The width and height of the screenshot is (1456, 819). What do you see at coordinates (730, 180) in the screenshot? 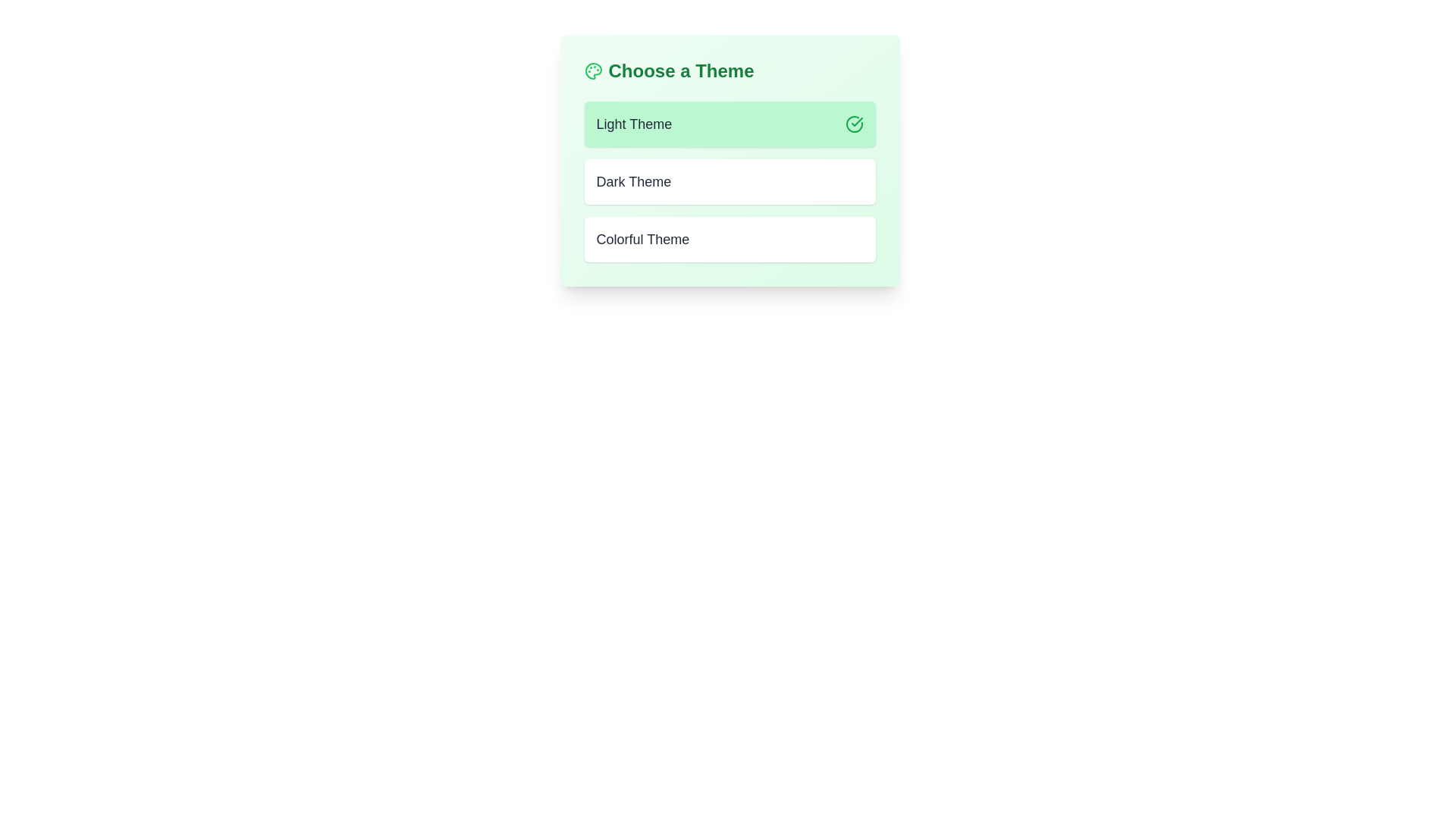
I see `the 'Dark Theme' List Item Button, which is located in the 'Choose a Theme' section between the 'Light Theme' and 'Colorful Theme' options` at bounding box center [730, 180].